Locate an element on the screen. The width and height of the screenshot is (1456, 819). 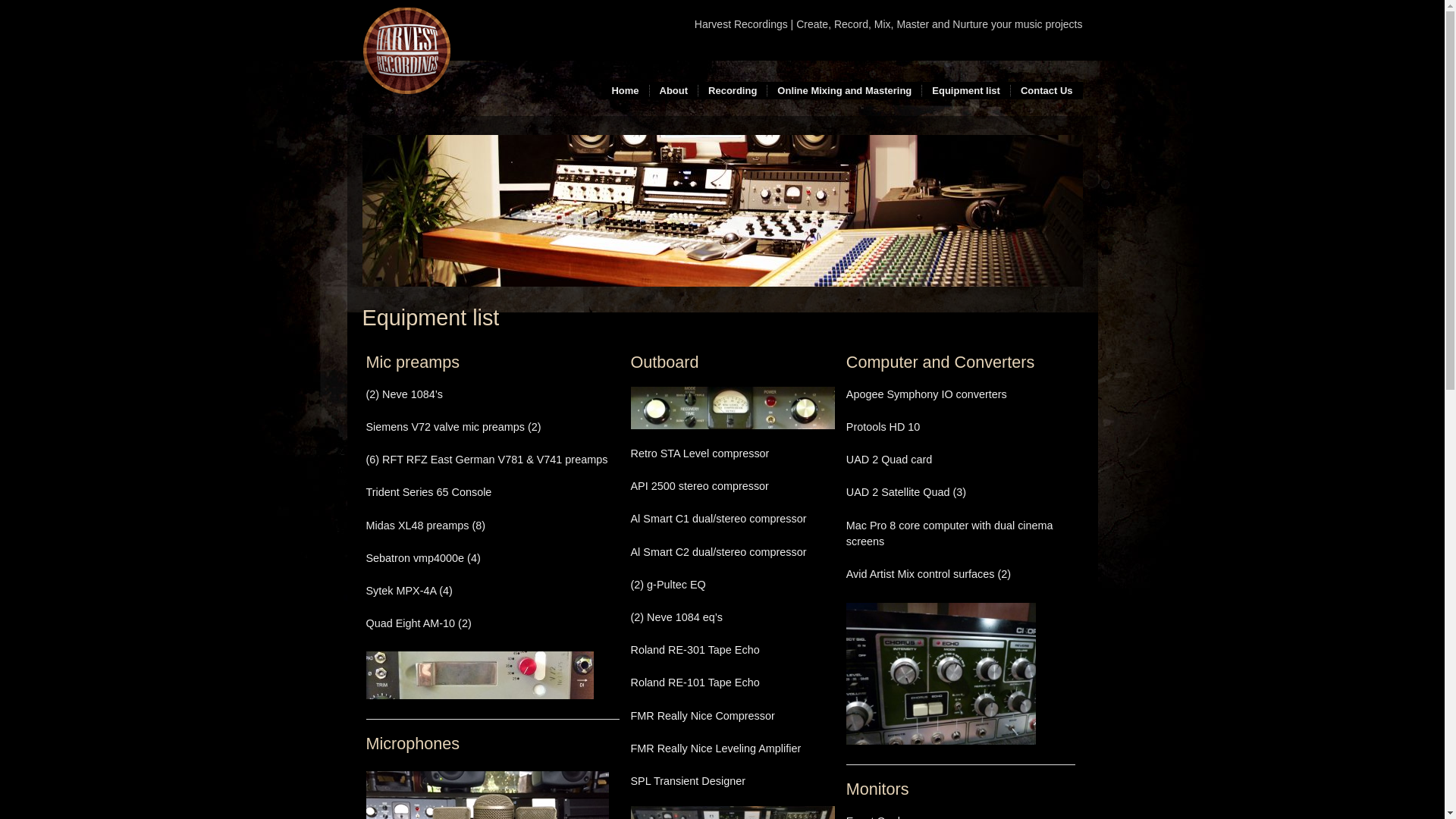
'Online Mixing and Mastering' is located at coordinates (843, 90).